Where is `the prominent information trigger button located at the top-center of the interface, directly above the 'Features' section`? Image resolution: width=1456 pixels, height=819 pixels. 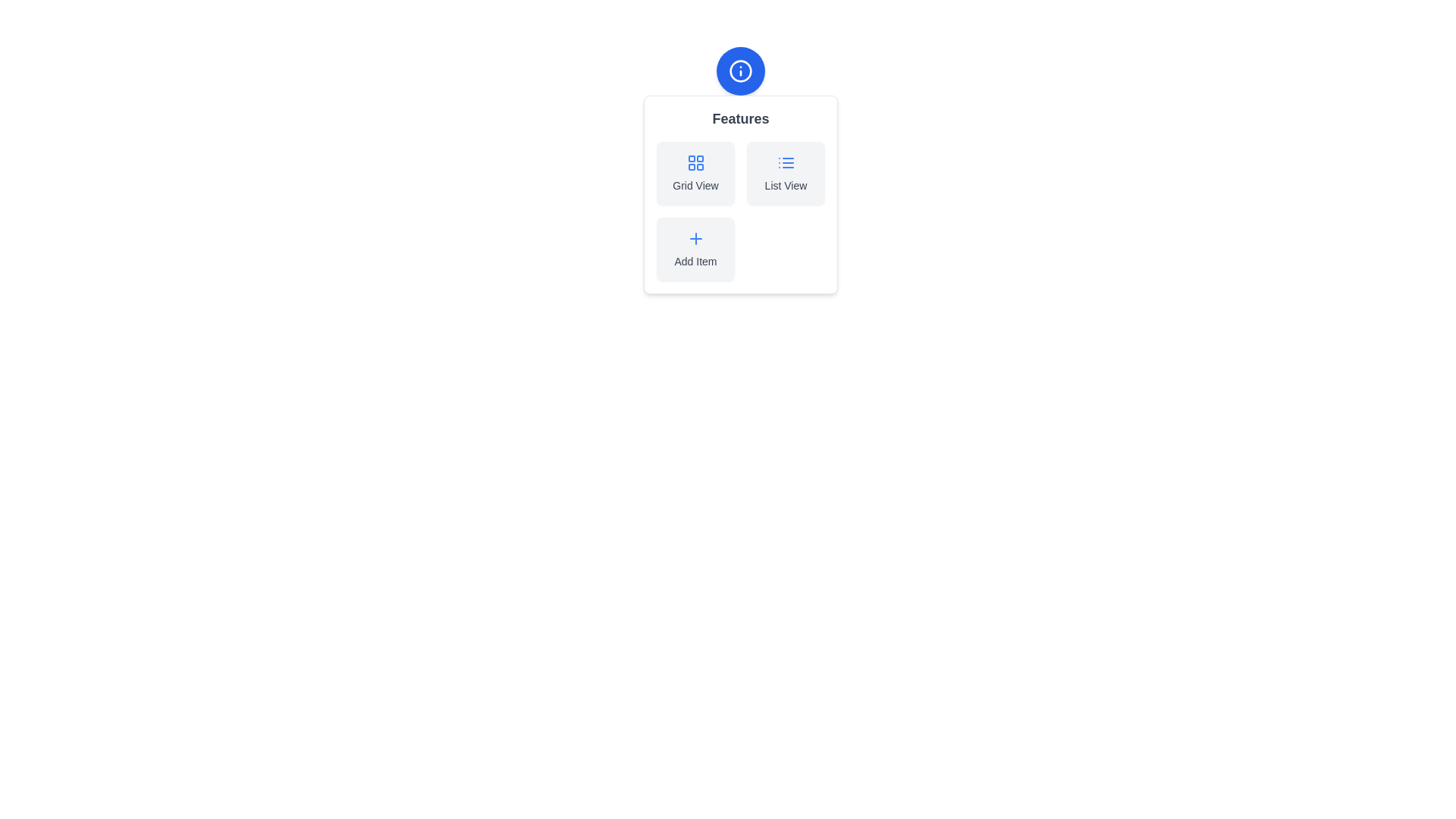
the prominent information trigger button located at the top-center of the interface, directly above the 'Features' section is located at coordinates (741, 71).